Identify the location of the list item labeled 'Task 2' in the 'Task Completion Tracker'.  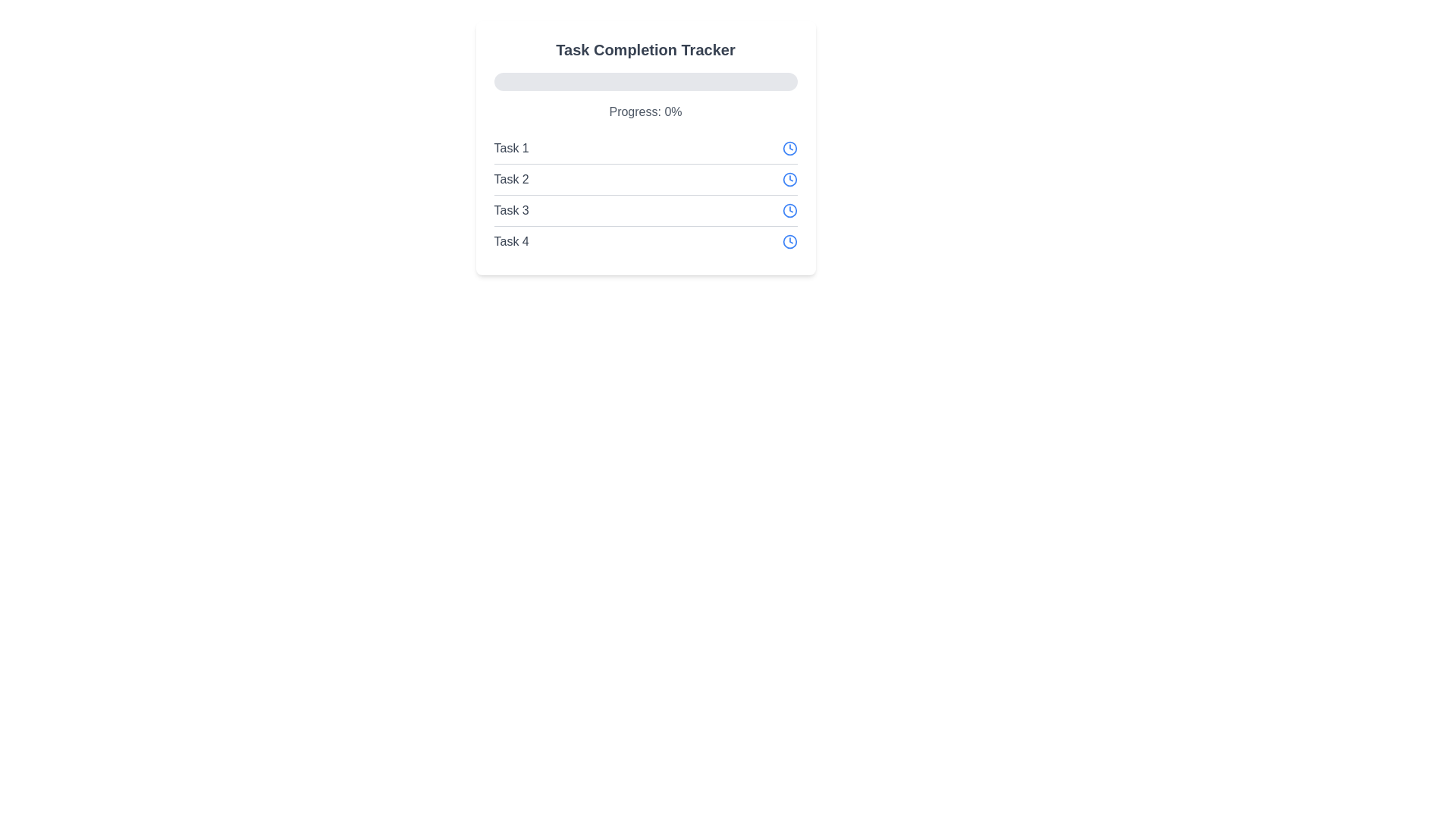
(645, 178).